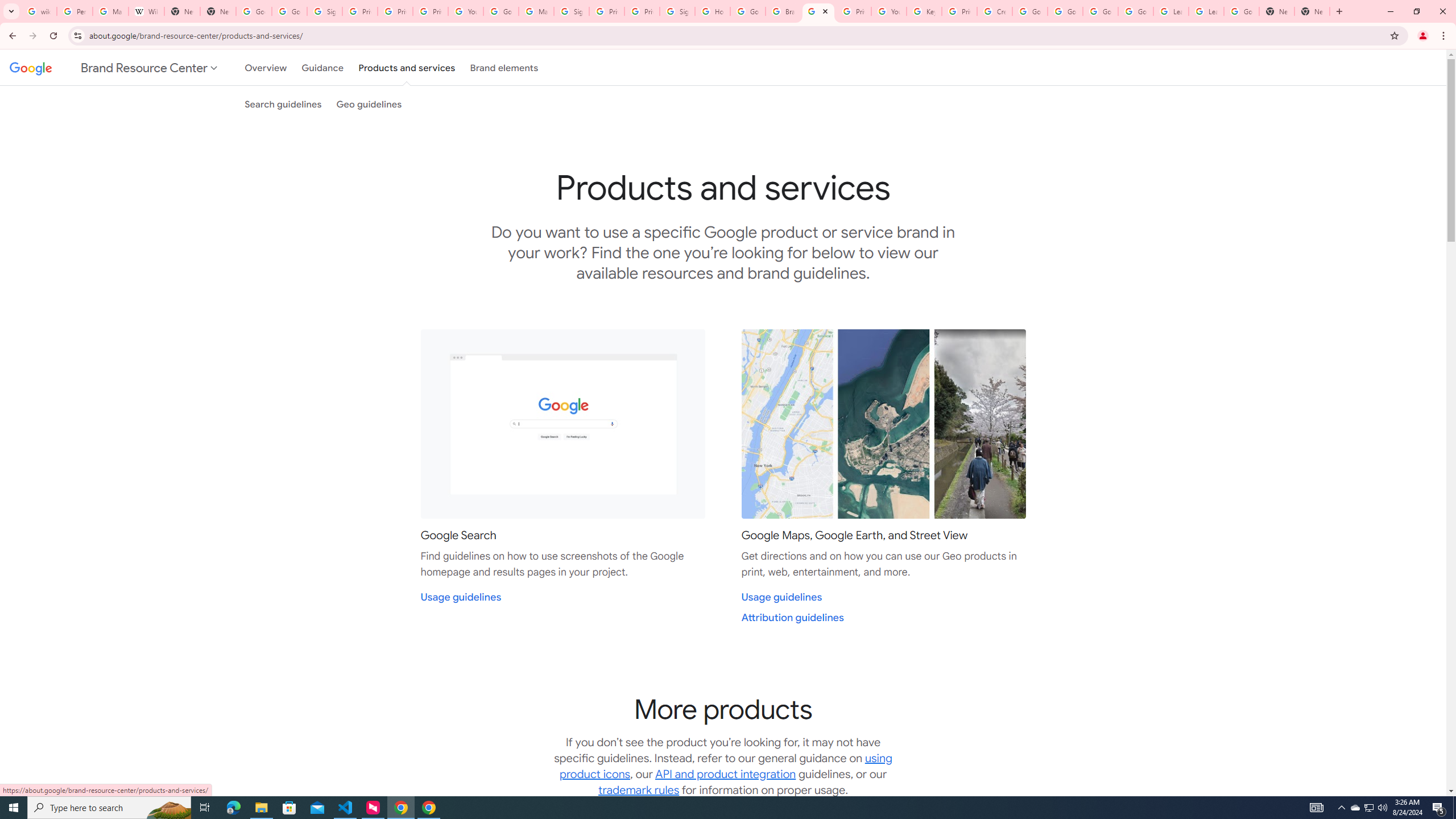  Describe the element at coordinates (110, 11) in the screenshot. I see `'Manage your Location History - Google Search Help'` at that location.